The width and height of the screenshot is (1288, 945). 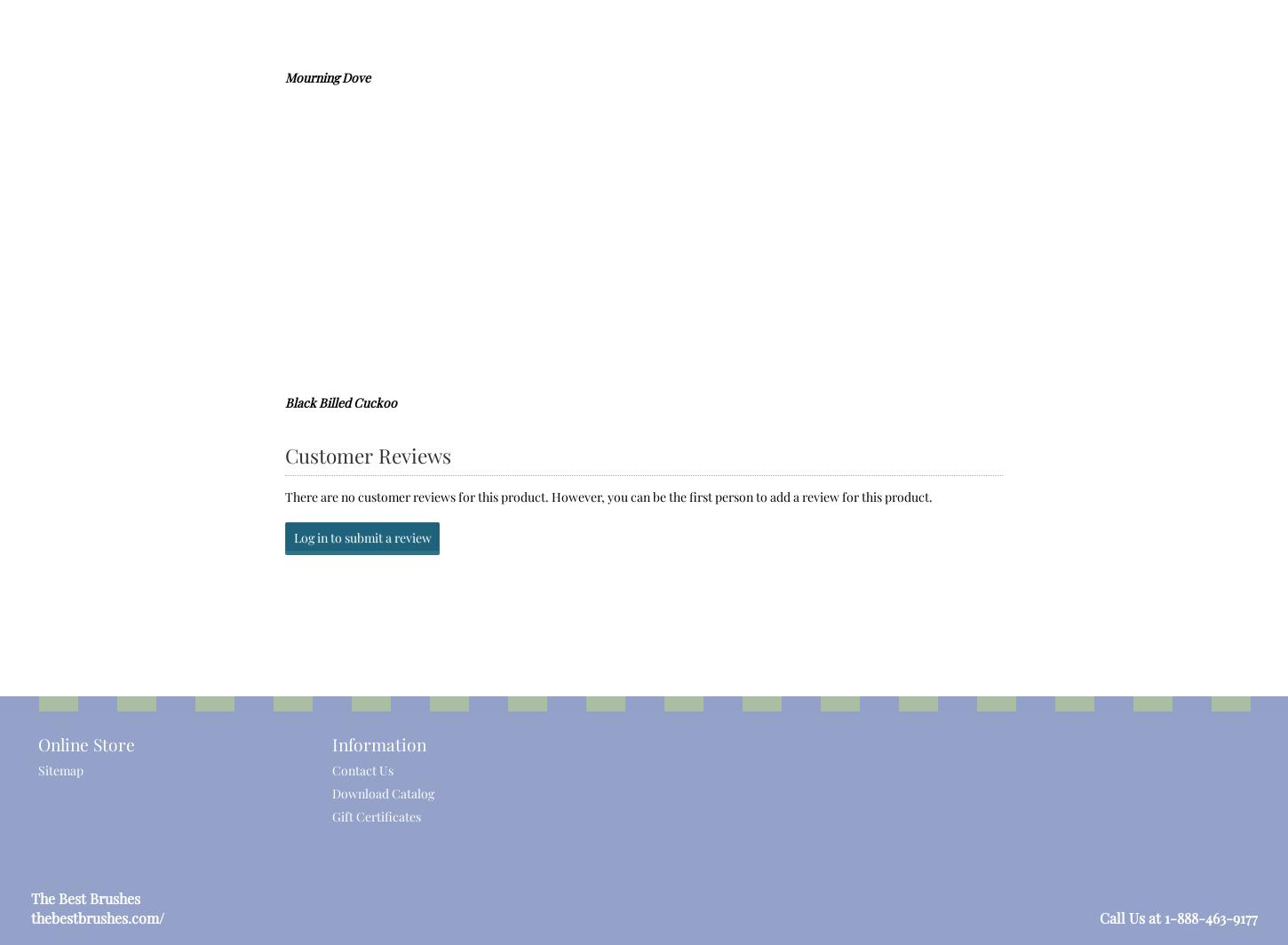 I want to click on 'Download Catalog', so click(x=381, y=792).